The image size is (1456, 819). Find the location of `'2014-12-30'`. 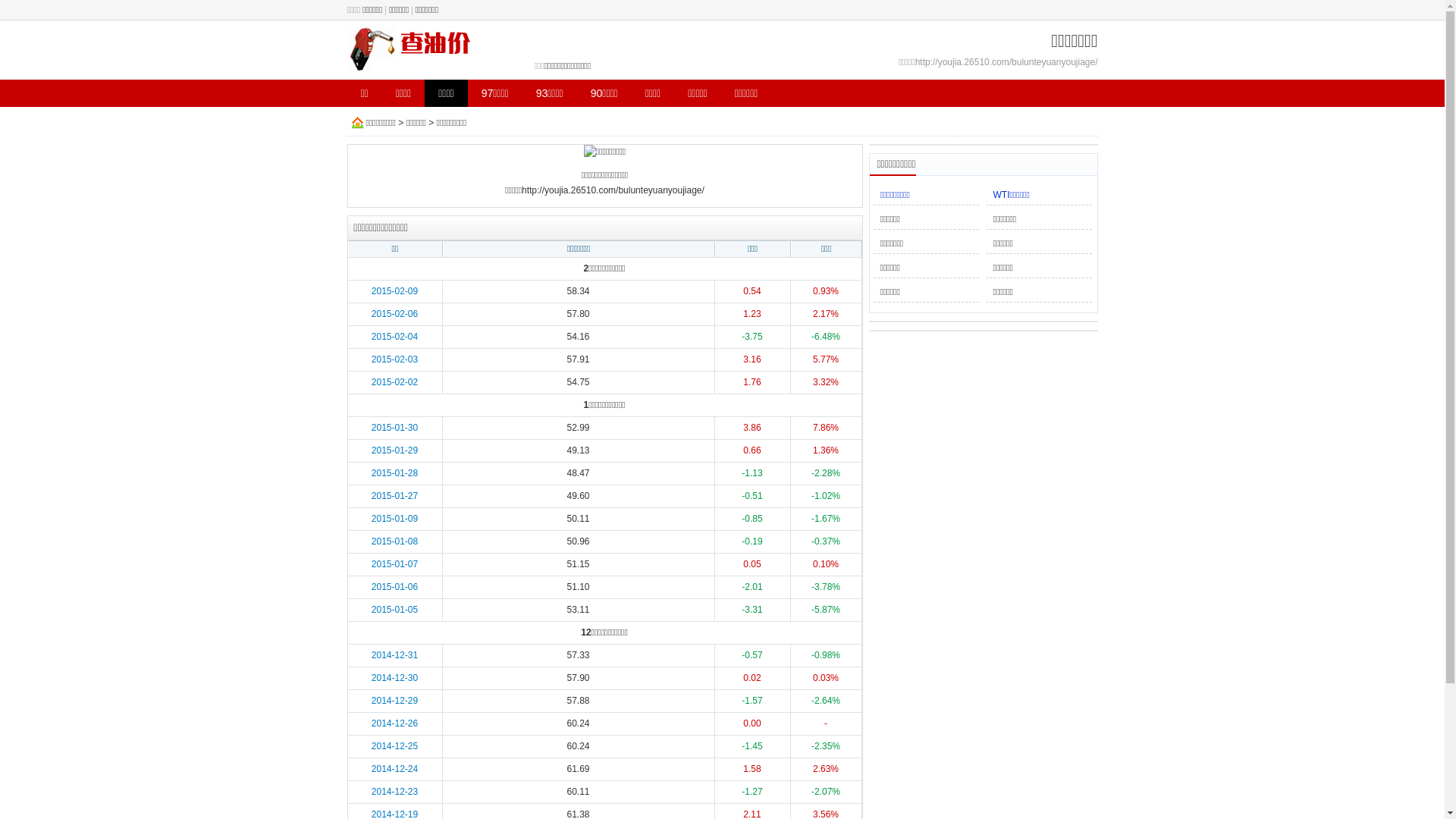

'2014-12-30' is located at coordinates (371, 677).